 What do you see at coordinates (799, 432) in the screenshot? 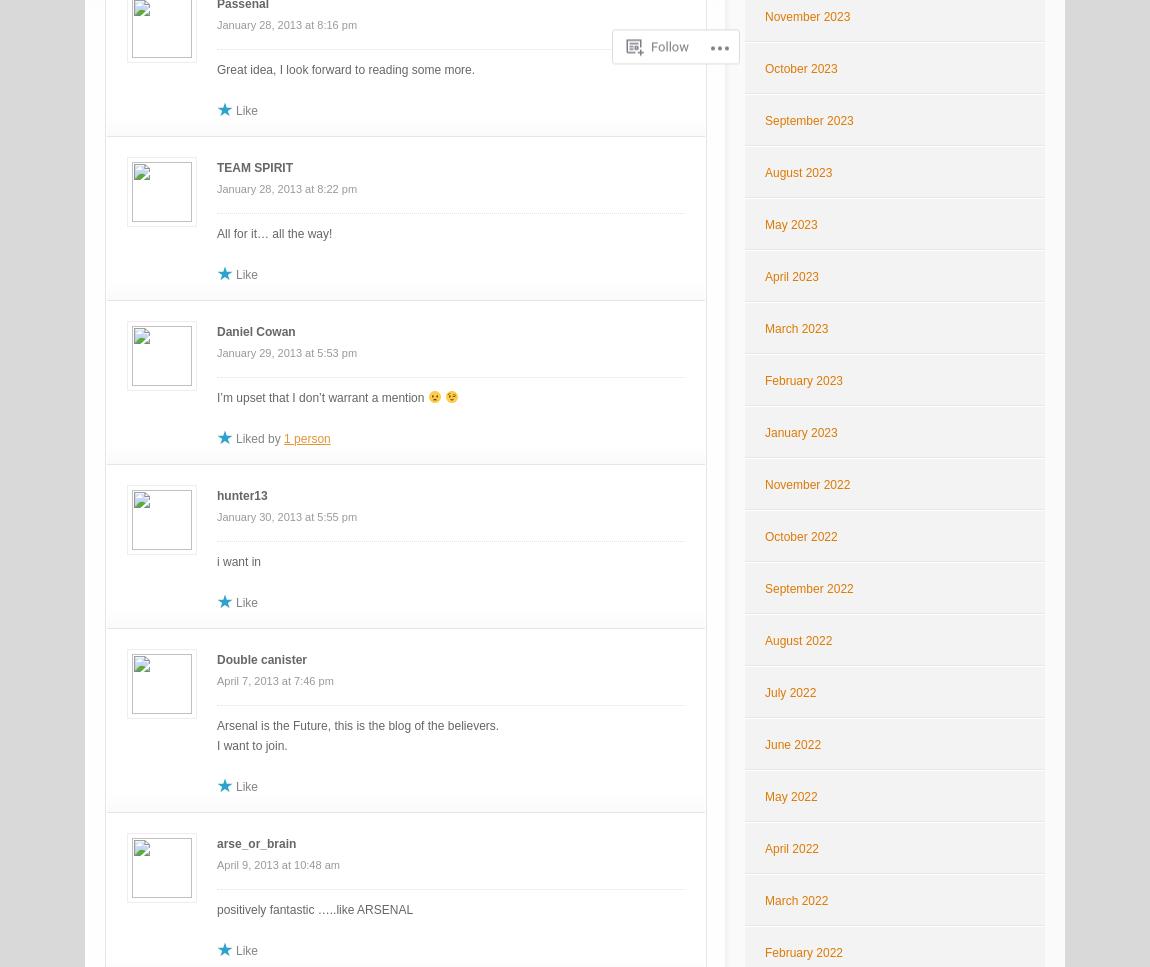
I see `'January 2023'` at bounding box center [799, 432].